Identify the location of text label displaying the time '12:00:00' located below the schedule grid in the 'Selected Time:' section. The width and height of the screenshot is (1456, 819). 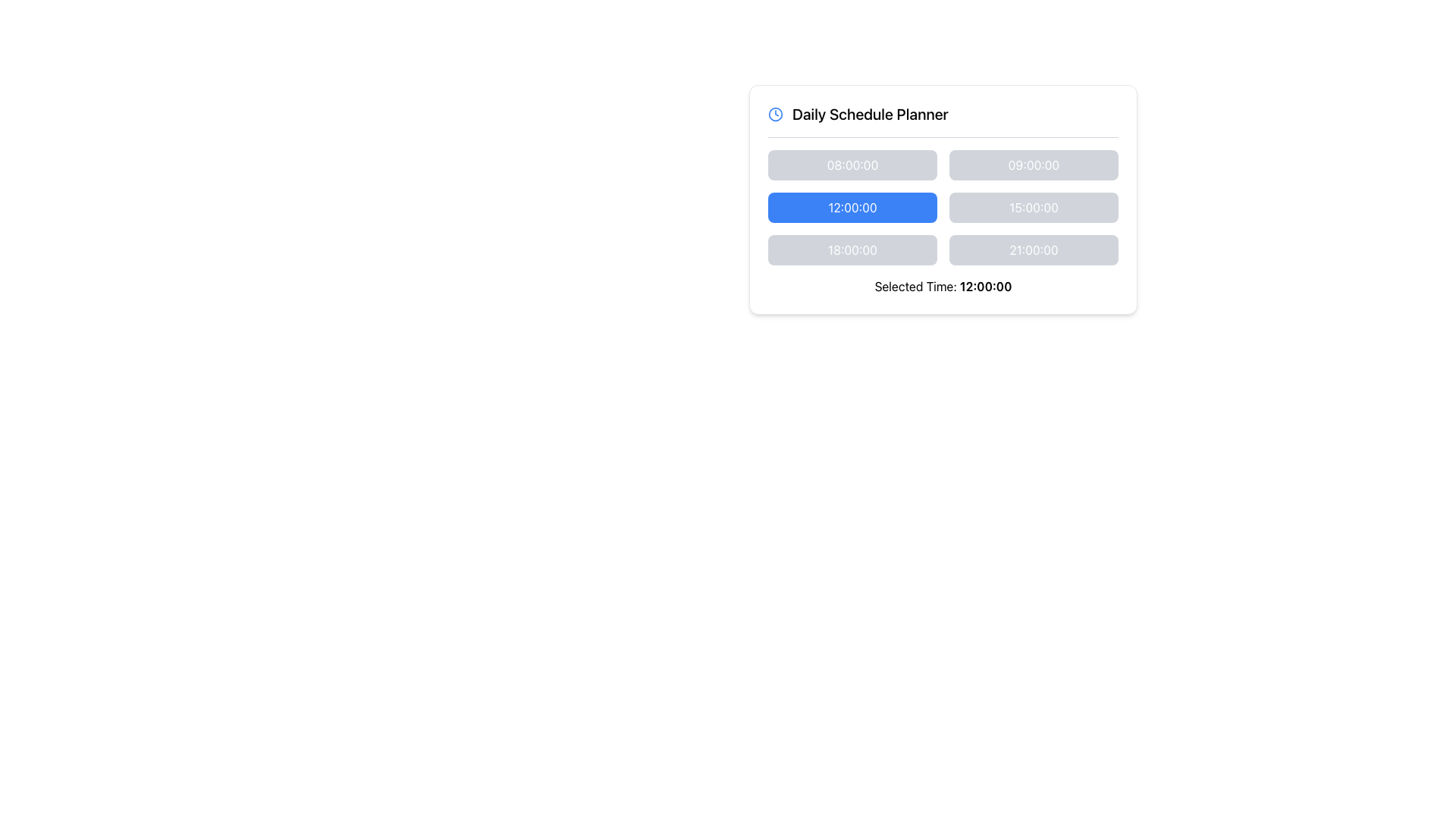
(986, 287).